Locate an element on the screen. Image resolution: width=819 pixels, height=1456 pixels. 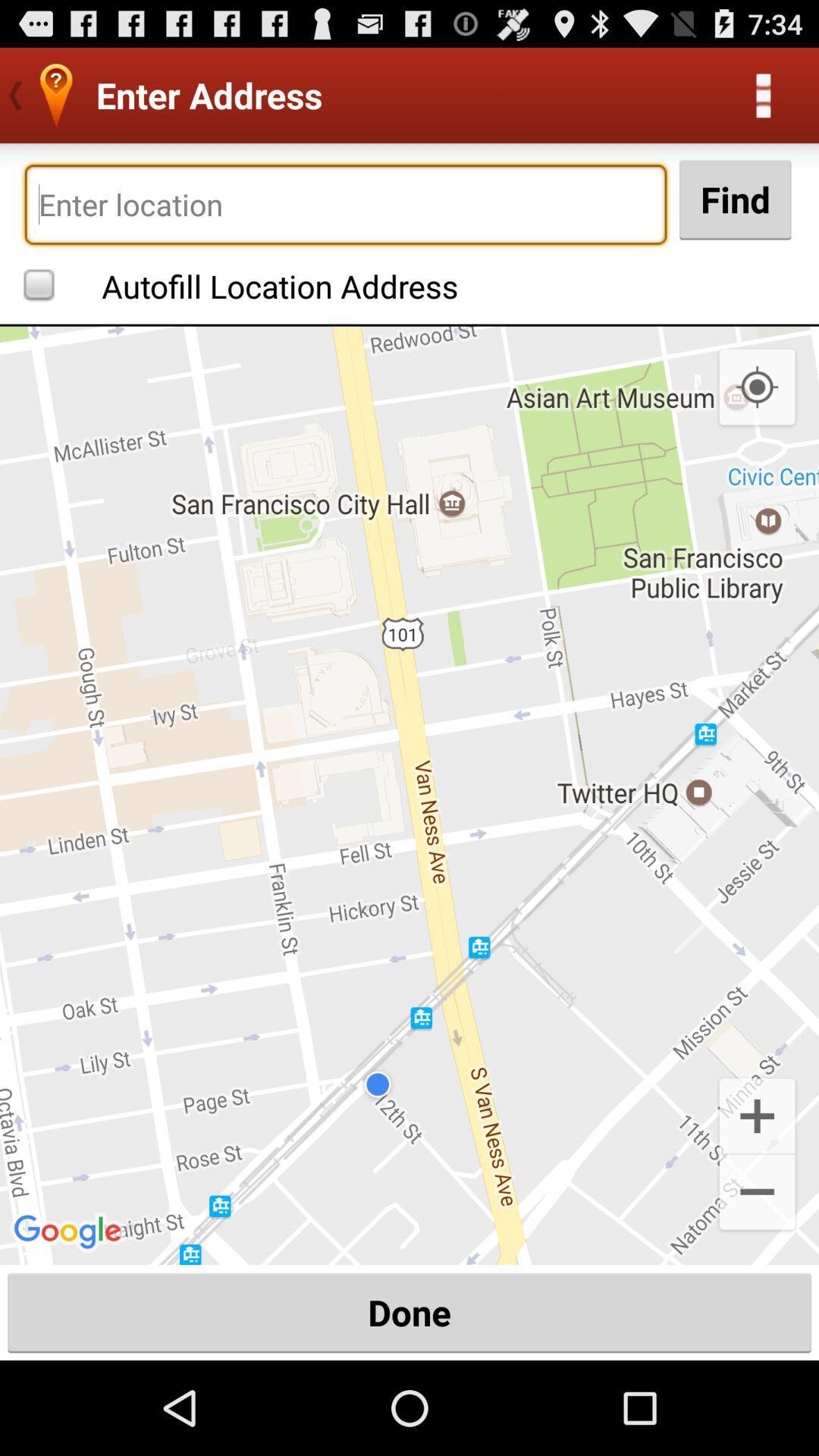
find item is located at coordinates (734, 199).